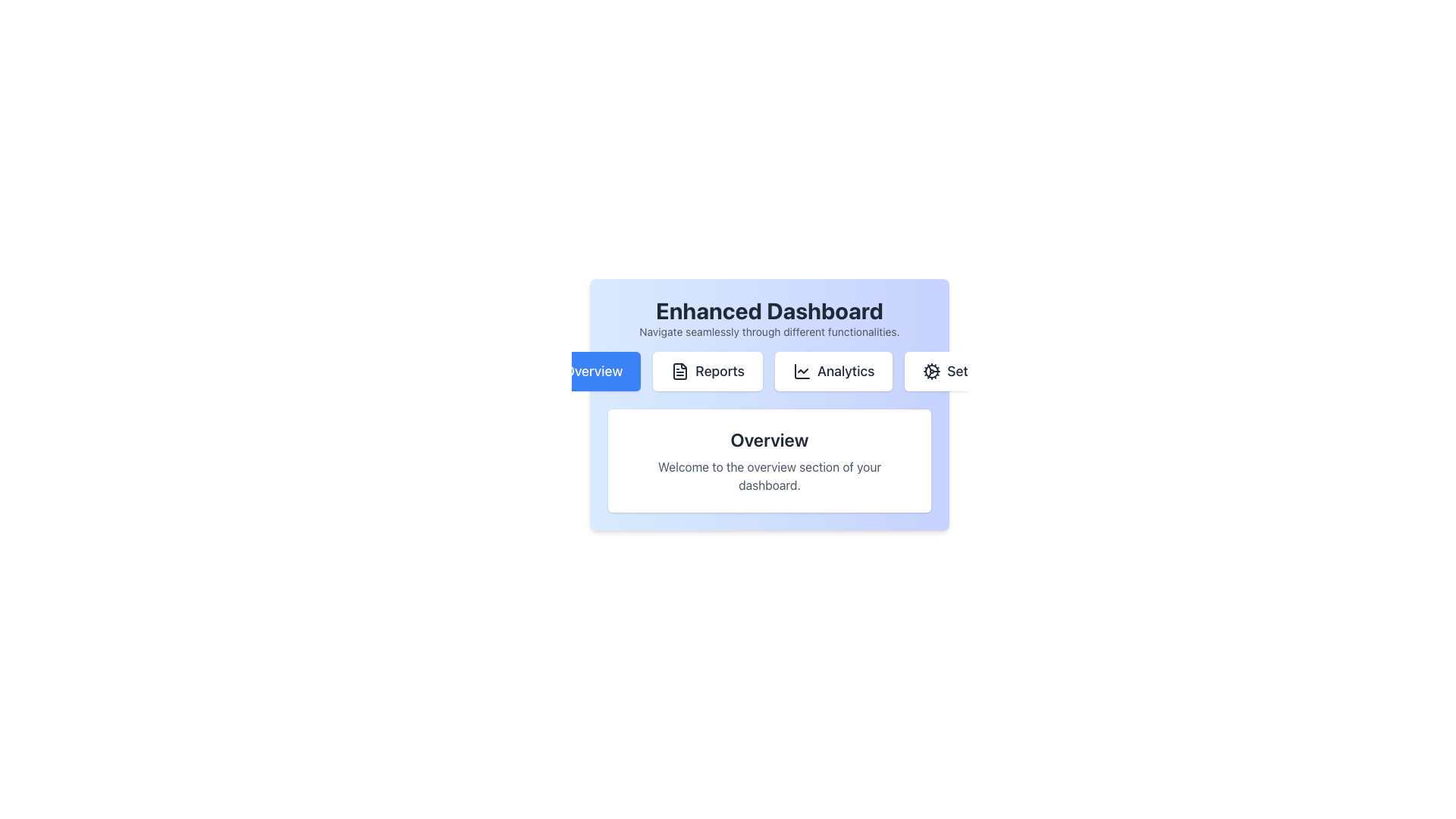 Image resolution: width=1456 pixels, height=819 pixels. Describe the element at coordinates (931, 371) in the screenshot. I see `the cogwheel icon located in the upper-right section of the navigation bar` at that location.